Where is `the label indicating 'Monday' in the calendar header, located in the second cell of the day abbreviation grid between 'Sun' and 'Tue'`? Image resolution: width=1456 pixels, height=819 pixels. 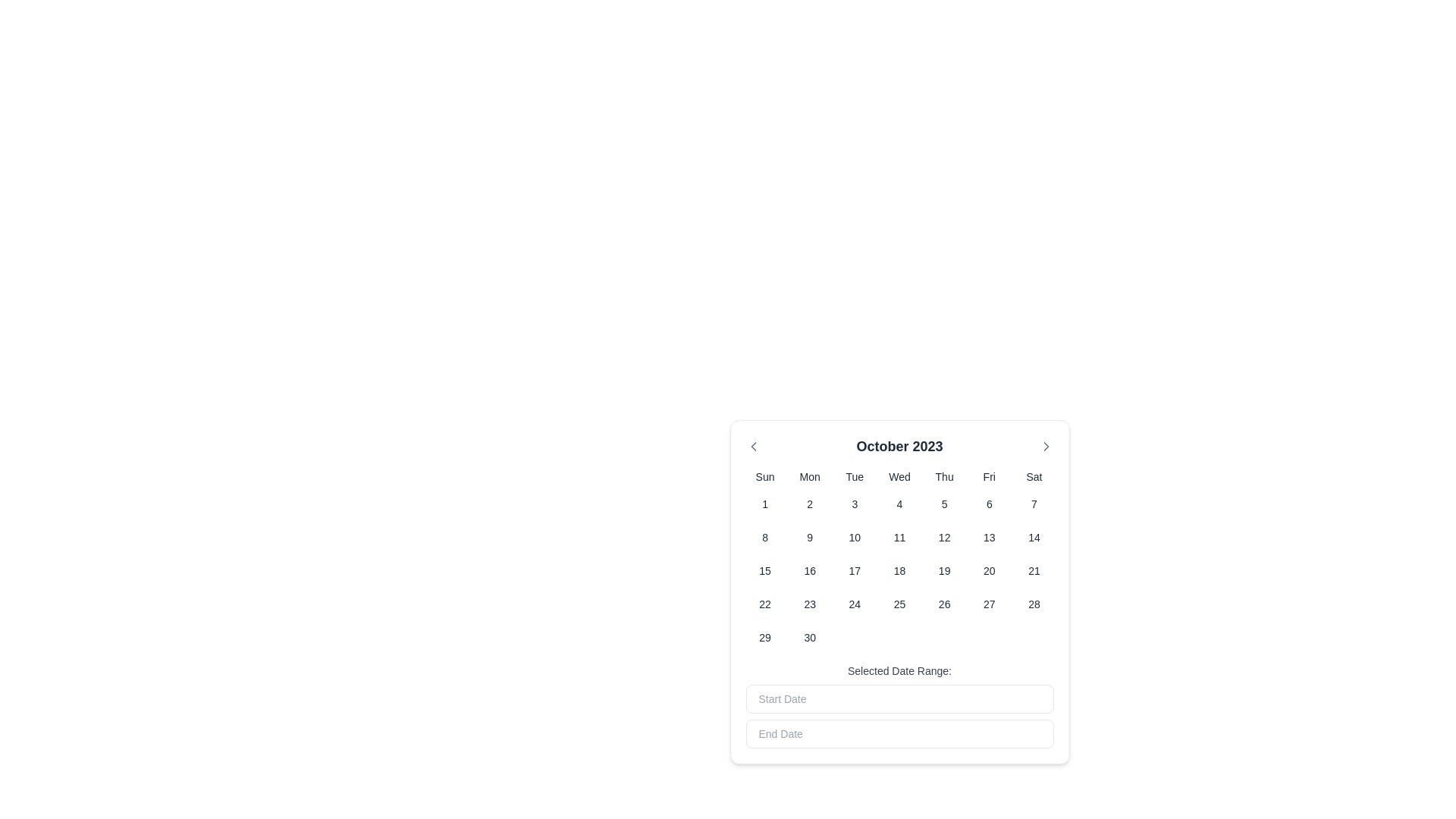
the label indicating 'Monday' in the calendar header, located in the second cell of the day abbreviation grid between 'Sun' and 'Tue' is located at coordinates (809, 475).